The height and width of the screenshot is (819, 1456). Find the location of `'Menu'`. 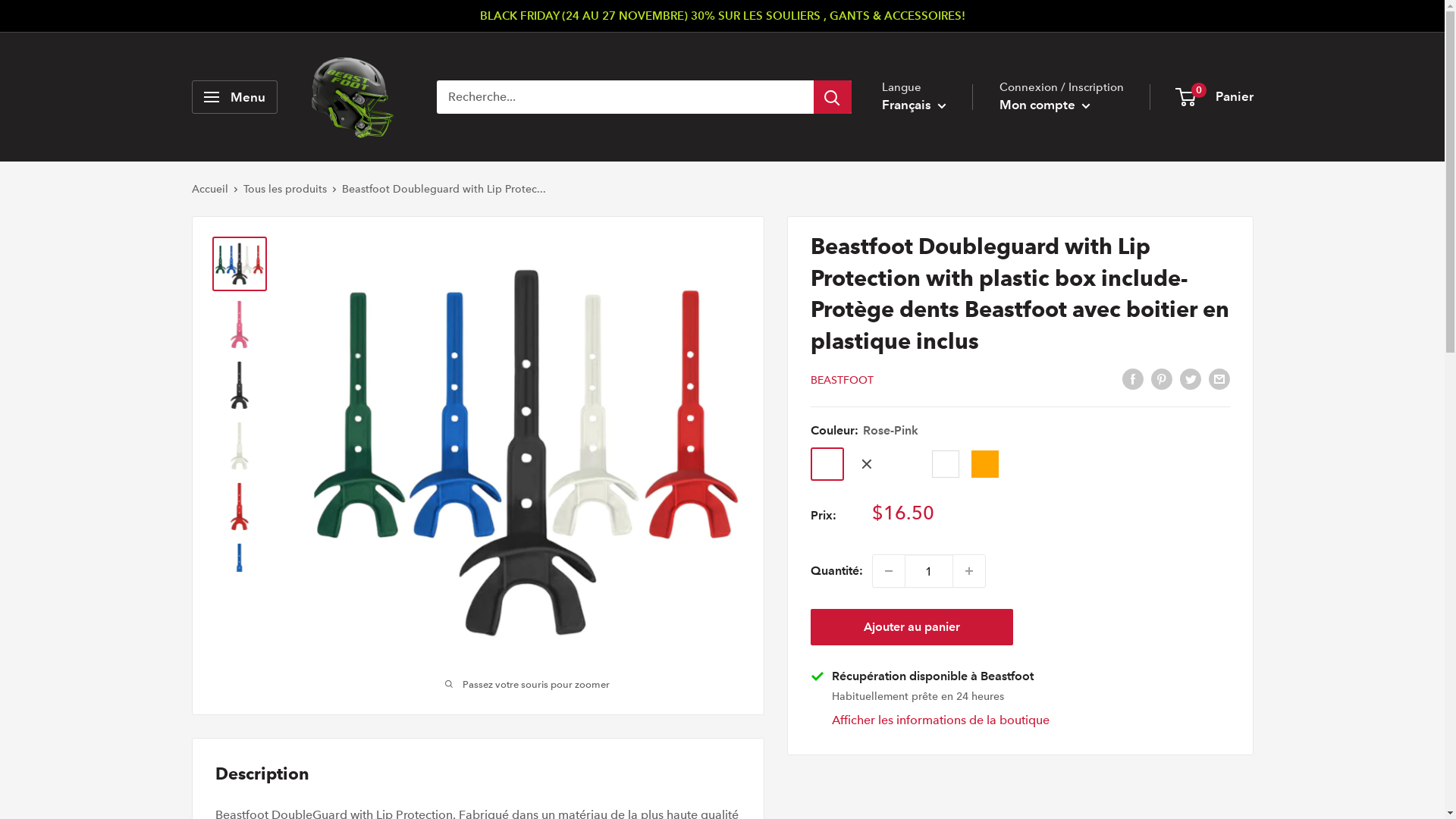

'Menu' is located at coordinates (233, 96).